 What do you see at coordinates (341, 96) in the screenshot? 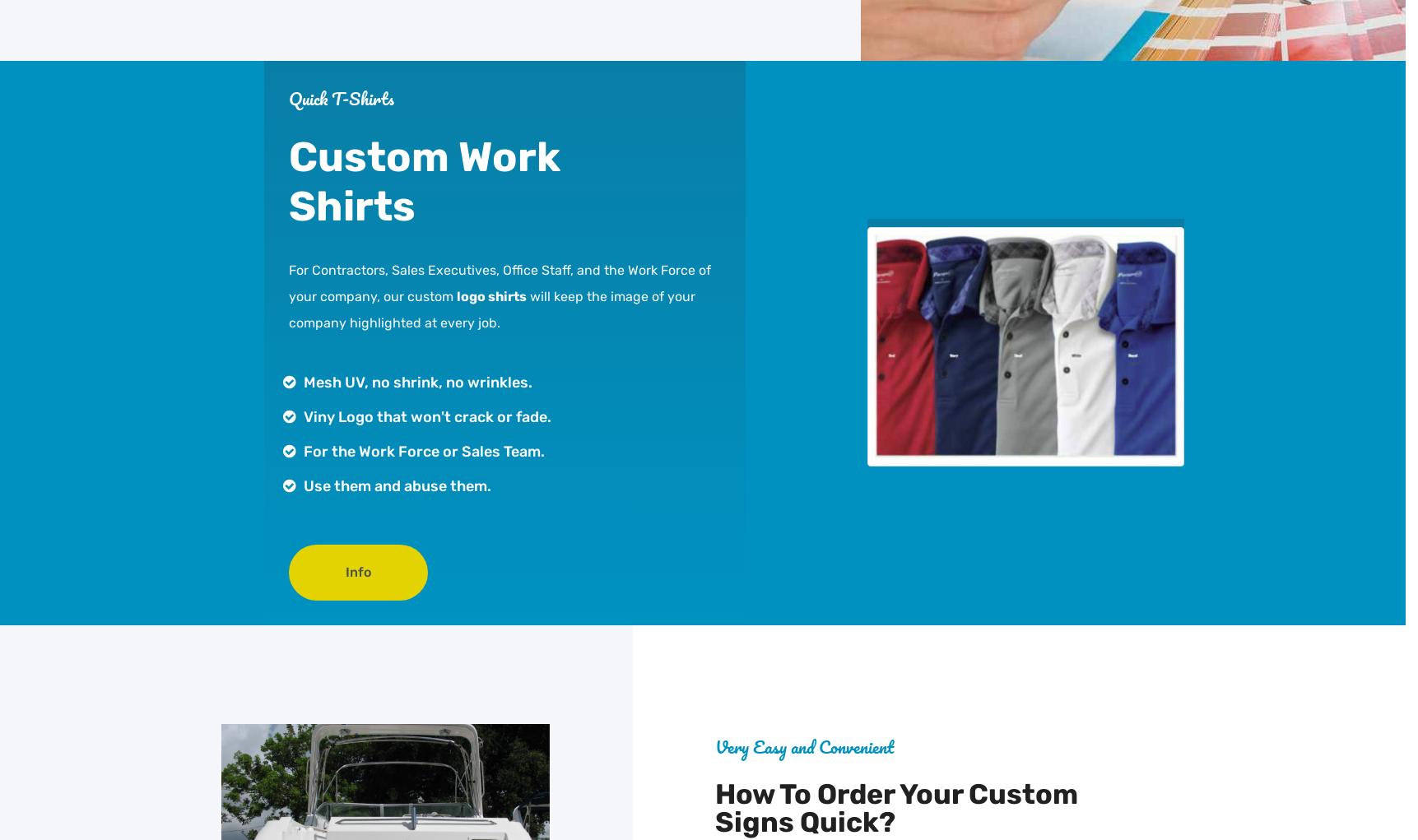
I see `'Quick T-Shirts'` at bounding box center [341, 96].